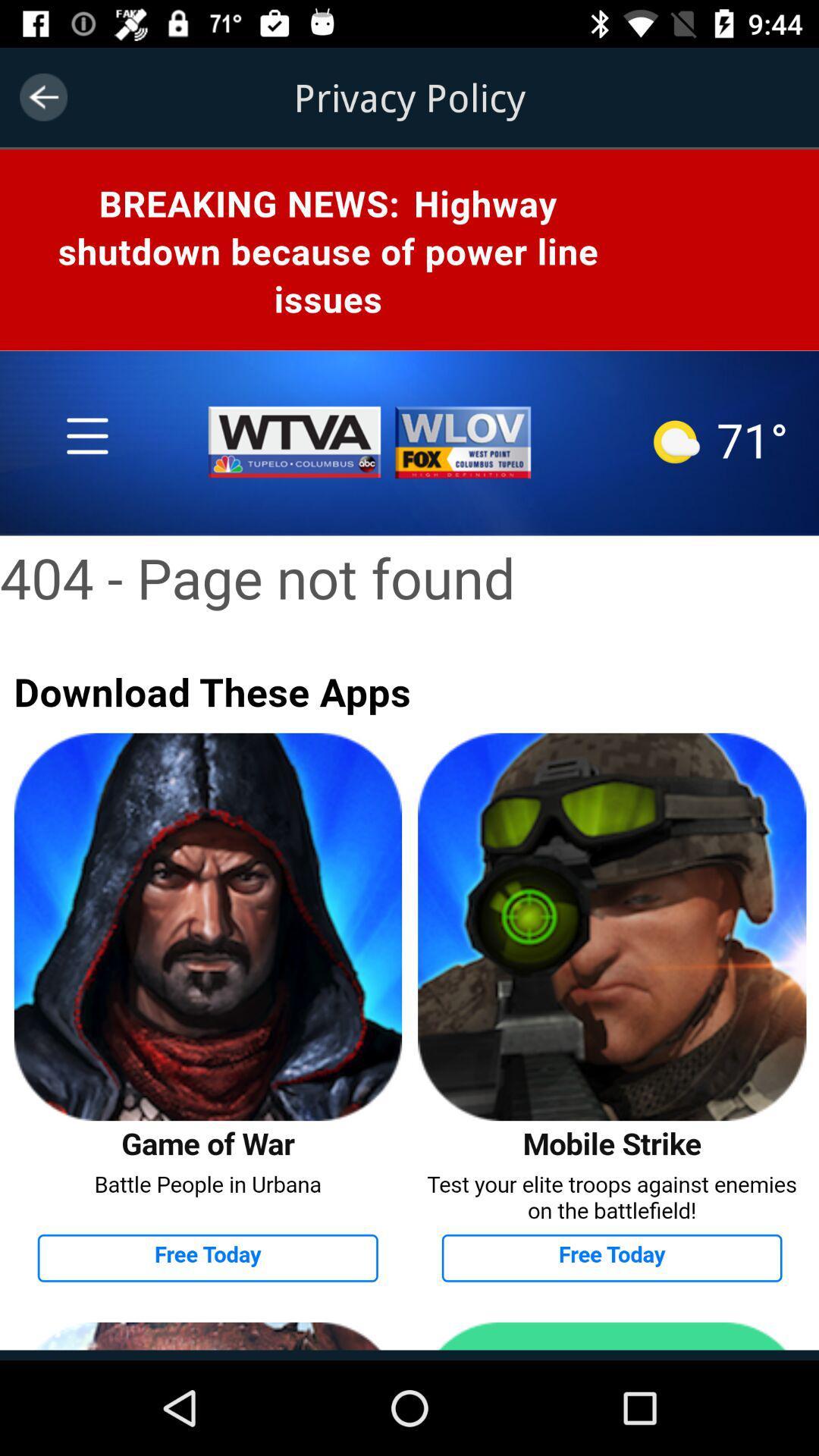 The image size is (819, 1456). Describe the element at coordinates (42, 96) in the screenshot. I see `the arrow_backward icon` at that location.